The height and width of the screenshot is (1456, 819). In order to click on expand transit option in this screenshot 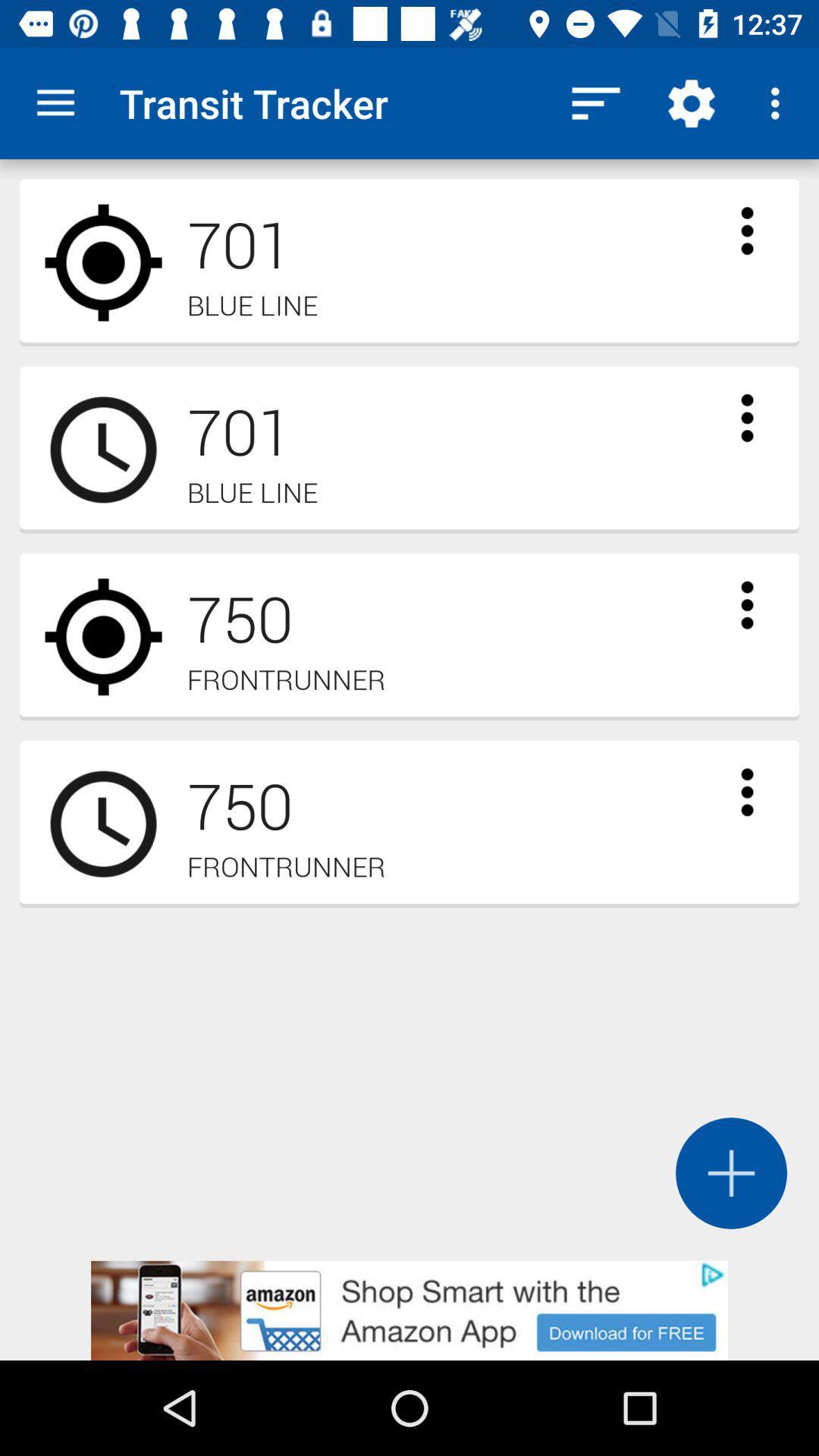, I will do `click(746, 230)`.